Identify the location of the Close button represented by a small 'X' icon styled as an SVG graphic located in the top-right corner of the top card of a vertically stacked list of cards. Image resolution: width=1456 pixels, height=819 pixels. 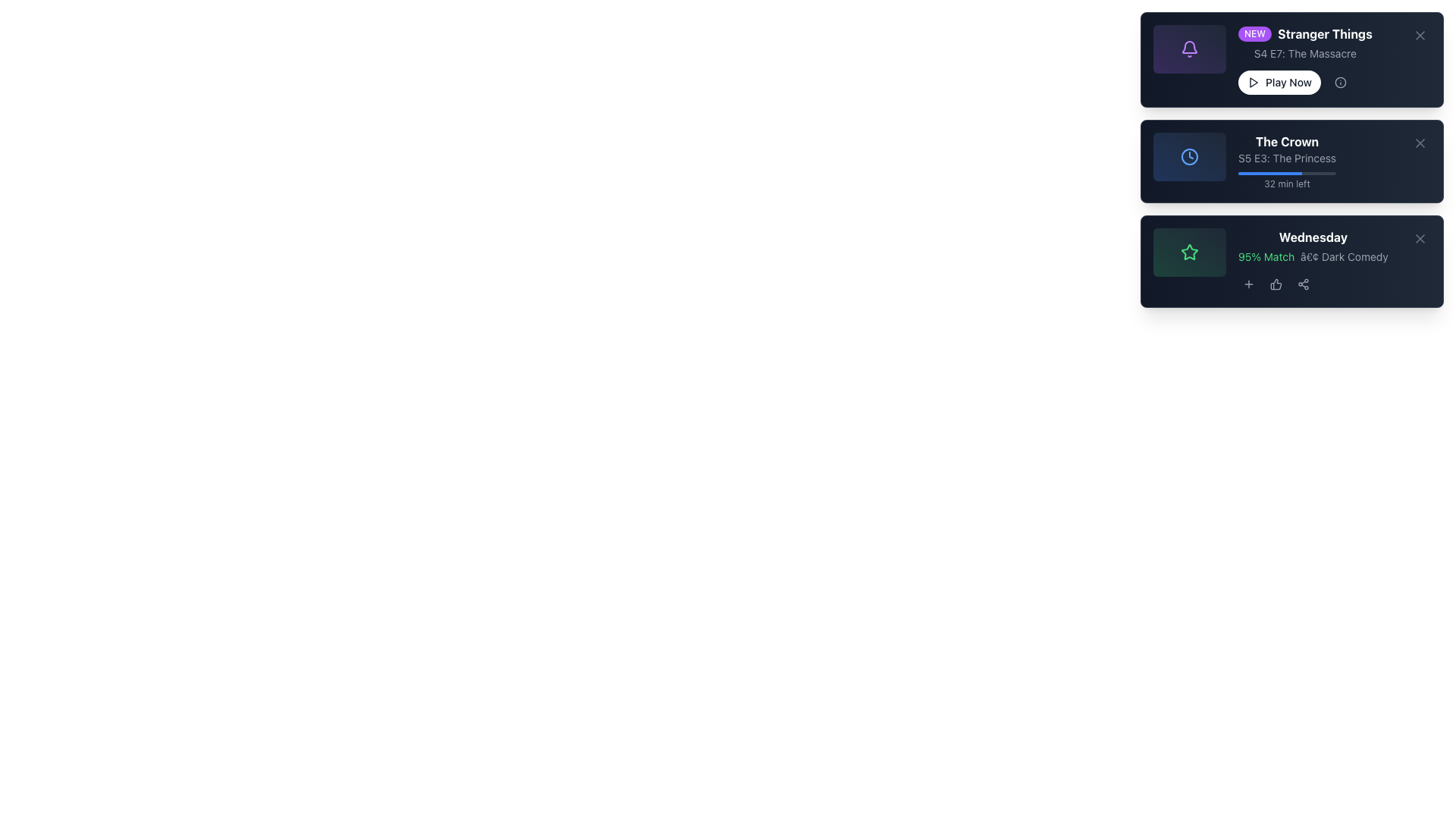
(1419, 34).